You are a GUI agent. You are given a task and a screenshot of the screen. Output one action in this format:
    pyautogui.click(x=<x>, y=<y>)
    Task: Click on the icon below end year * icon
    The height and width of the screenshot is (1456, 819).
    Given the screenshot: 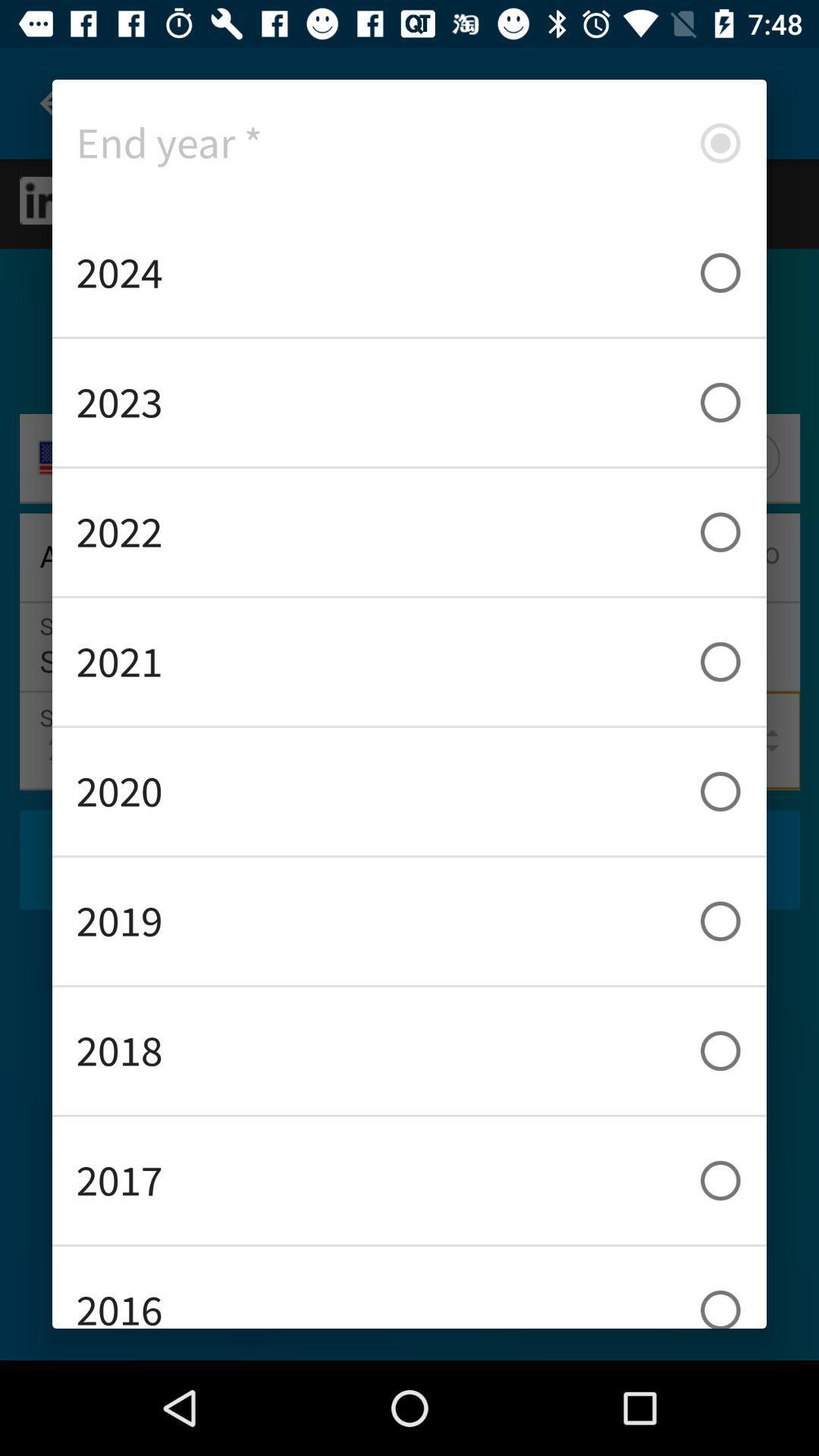 What is the action you would take?
    pyautogui.click(x=409, y=273)
    